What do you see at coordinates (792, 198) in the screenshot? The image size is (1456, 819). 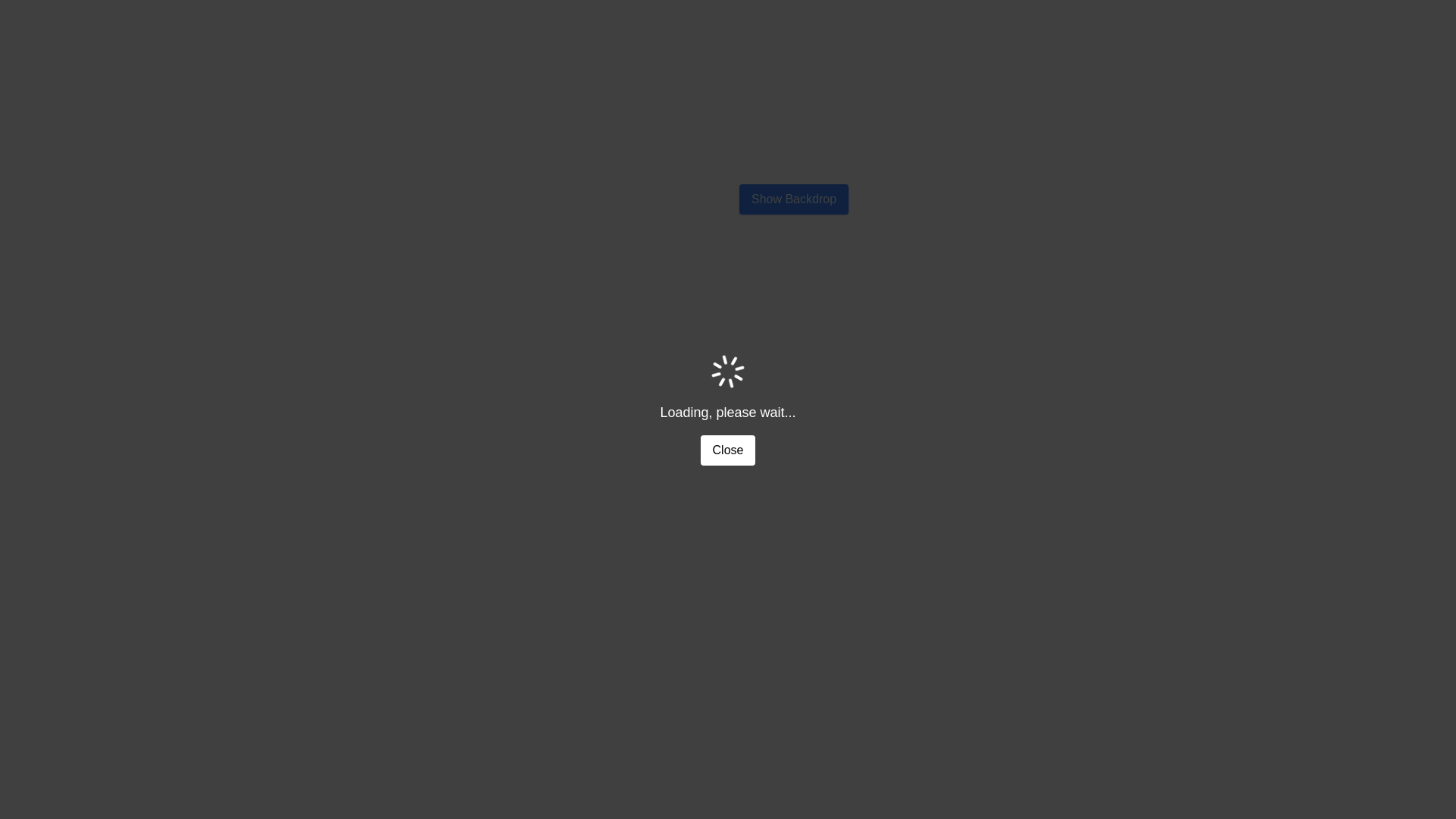 I see `the backdrop overlay toggle button located at the top portion of the dialog, centered horizontally above the loading spinner and 'Close' button` at bounding box center [792, 198].